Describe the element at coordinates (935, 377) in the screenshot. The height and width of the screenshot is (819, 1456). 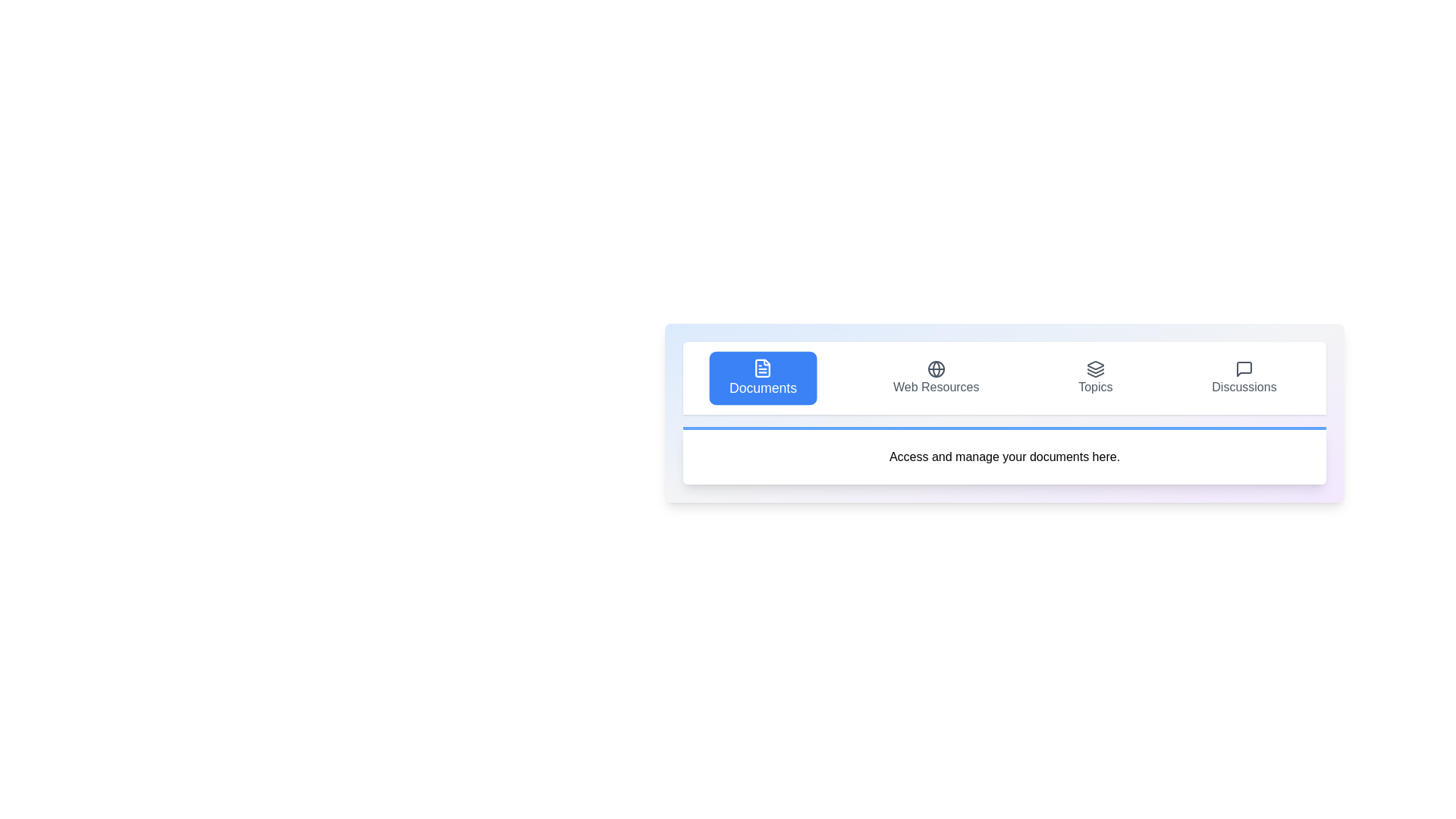
I see `the Web Resources tab to switch views` at that location.